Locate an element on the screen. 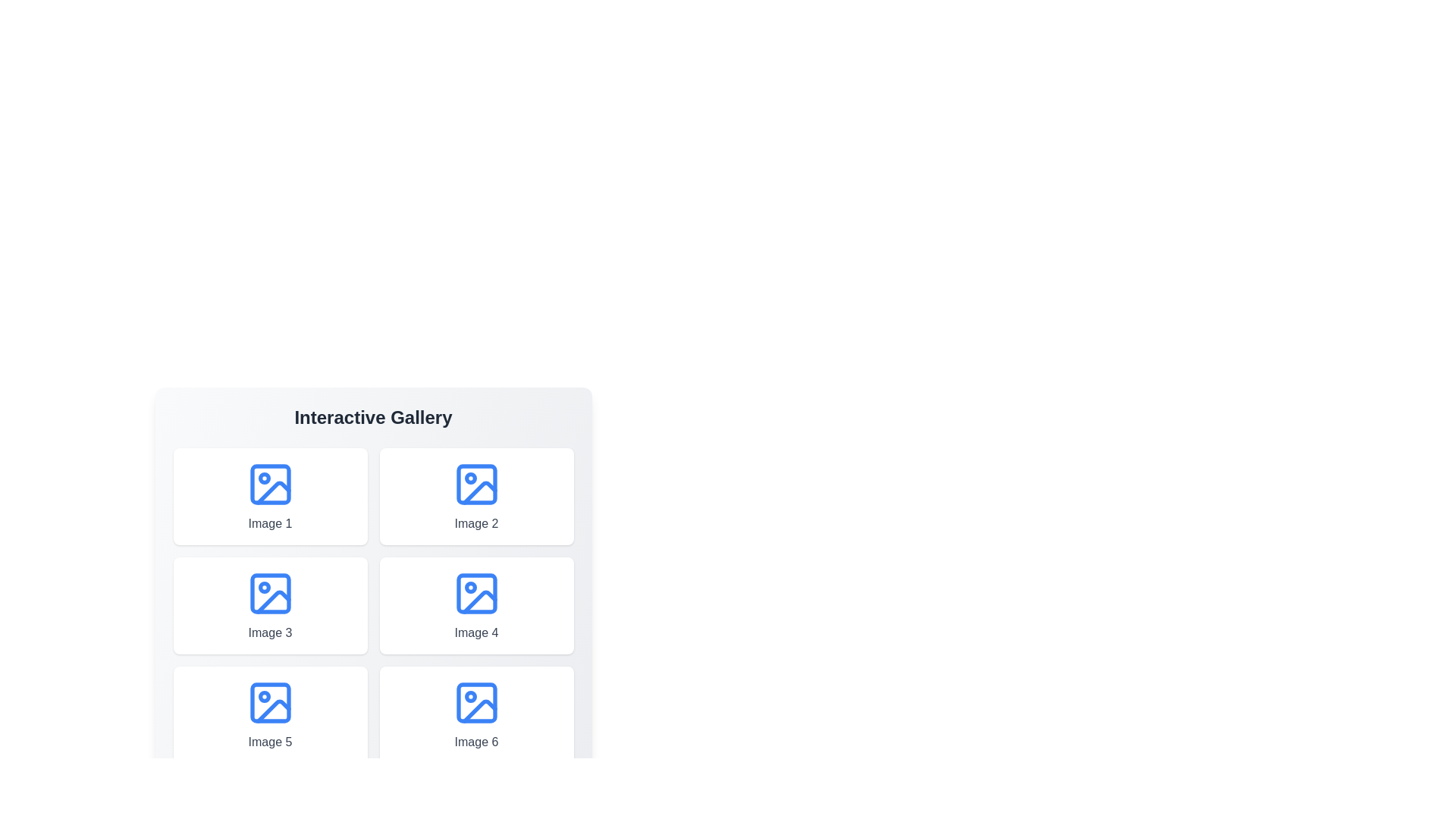 The height and width of the screenshot is (819, 1456). the image titled 'Image 1' to see its hover effect is located at coordinates (270, 497).